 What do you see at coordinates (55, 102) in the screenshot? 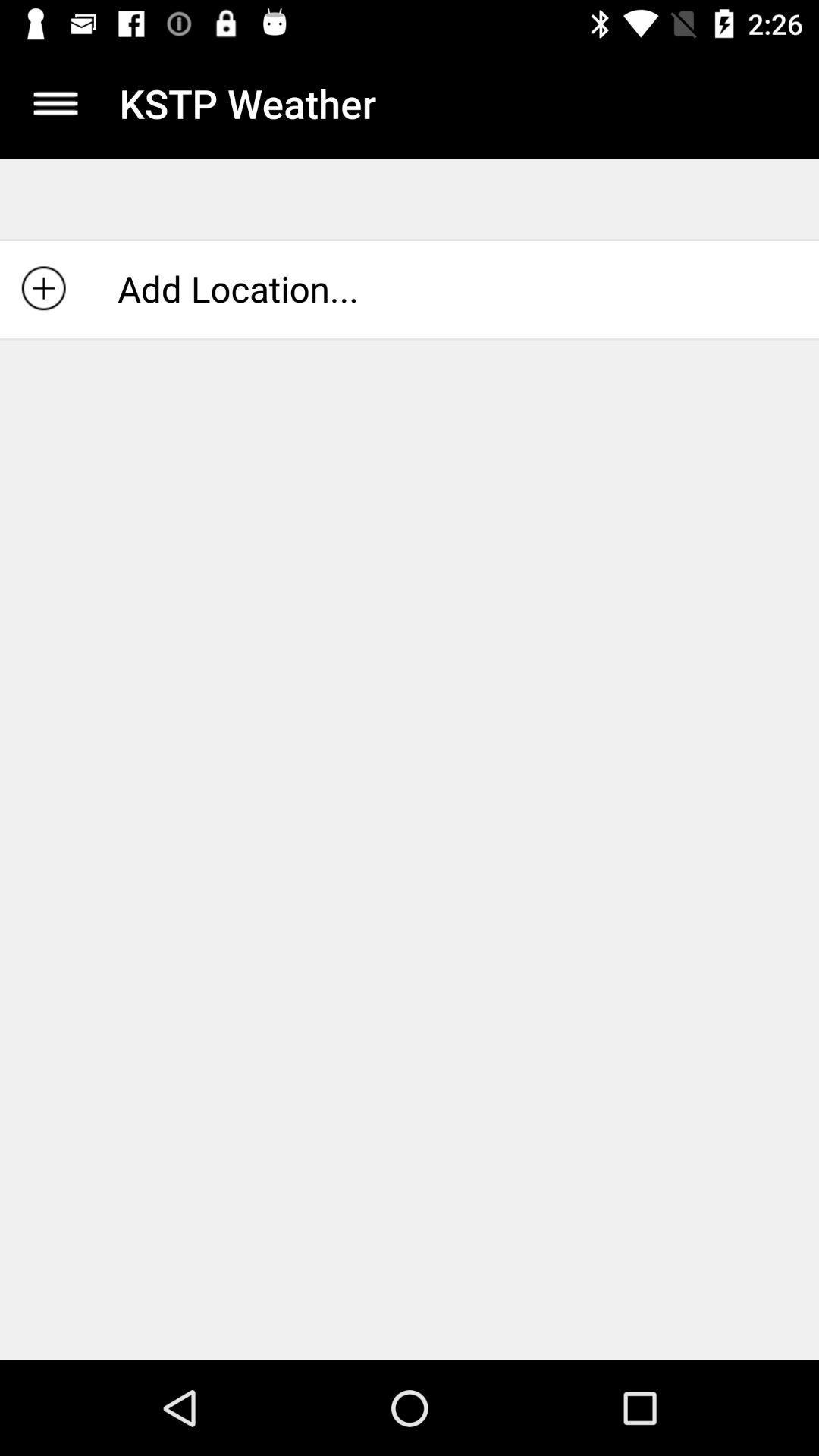
I see `icon above add location... item` at bounding box center [55, 102].